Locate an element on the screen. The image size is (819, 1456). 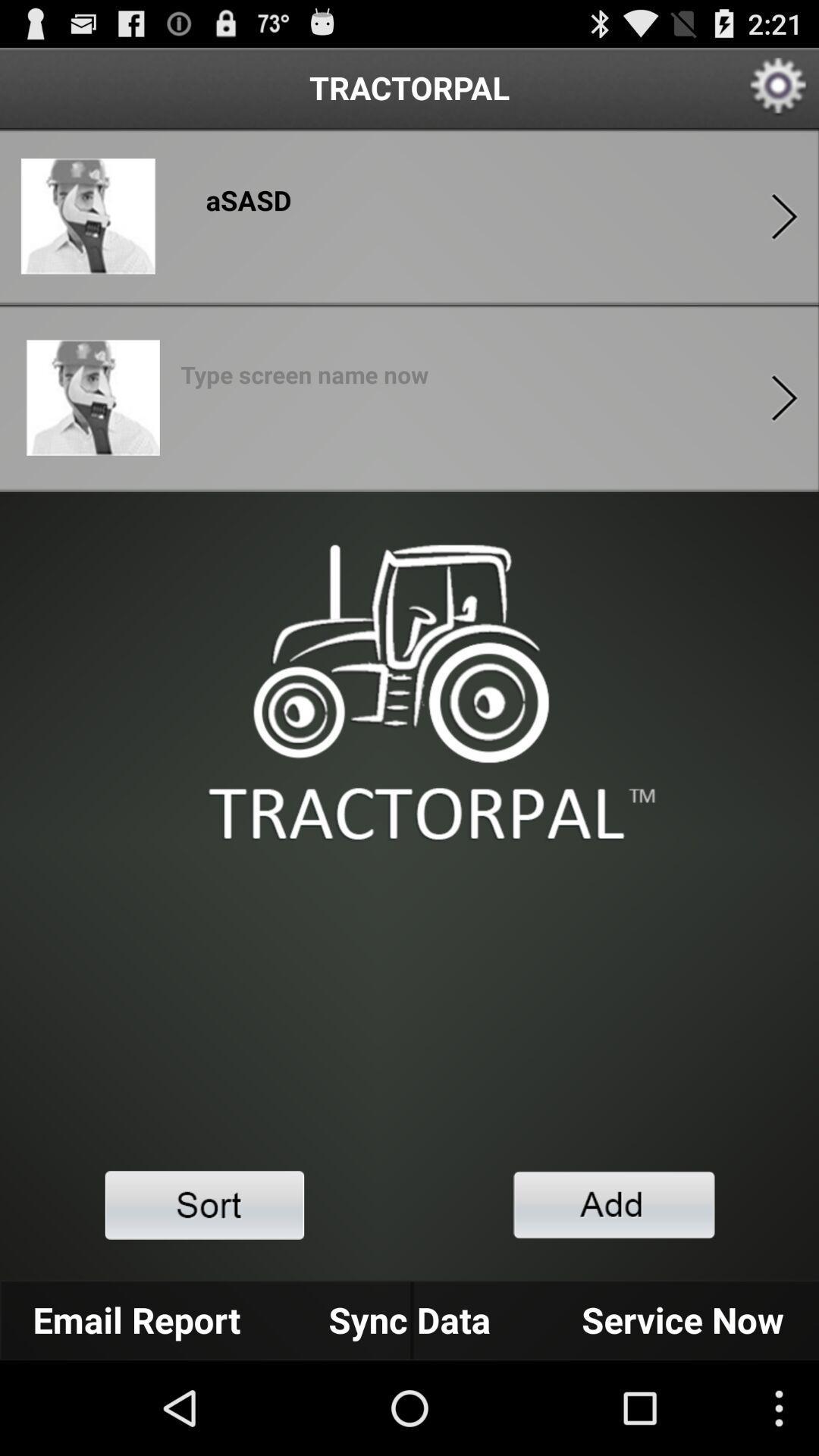
type screen name now is located at coordinates (304, 379).